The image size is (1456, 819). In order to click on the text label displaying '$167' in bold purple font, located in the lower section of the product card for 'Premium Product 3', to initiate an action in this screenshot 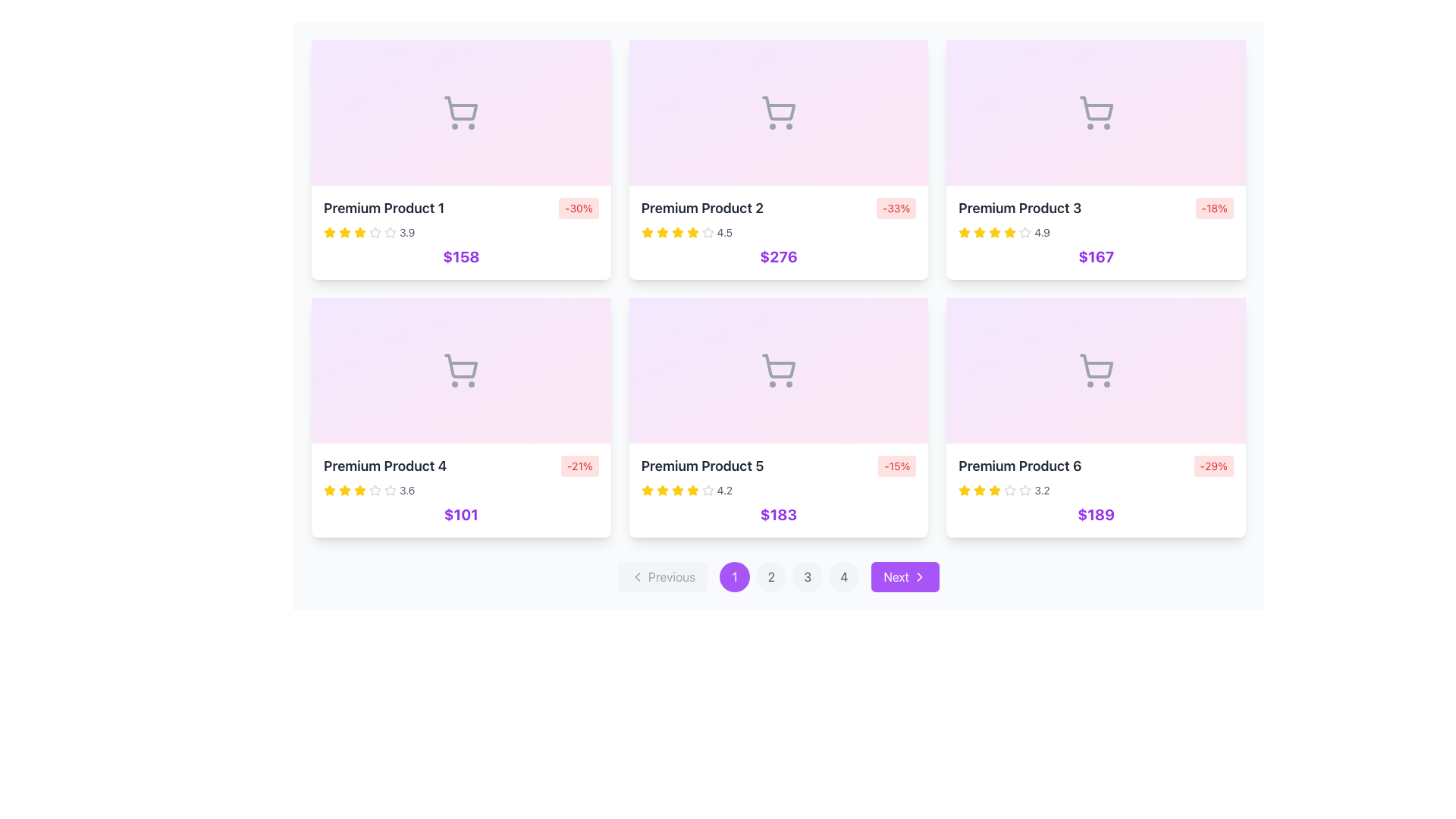, I will do `click(1096, 256)`.